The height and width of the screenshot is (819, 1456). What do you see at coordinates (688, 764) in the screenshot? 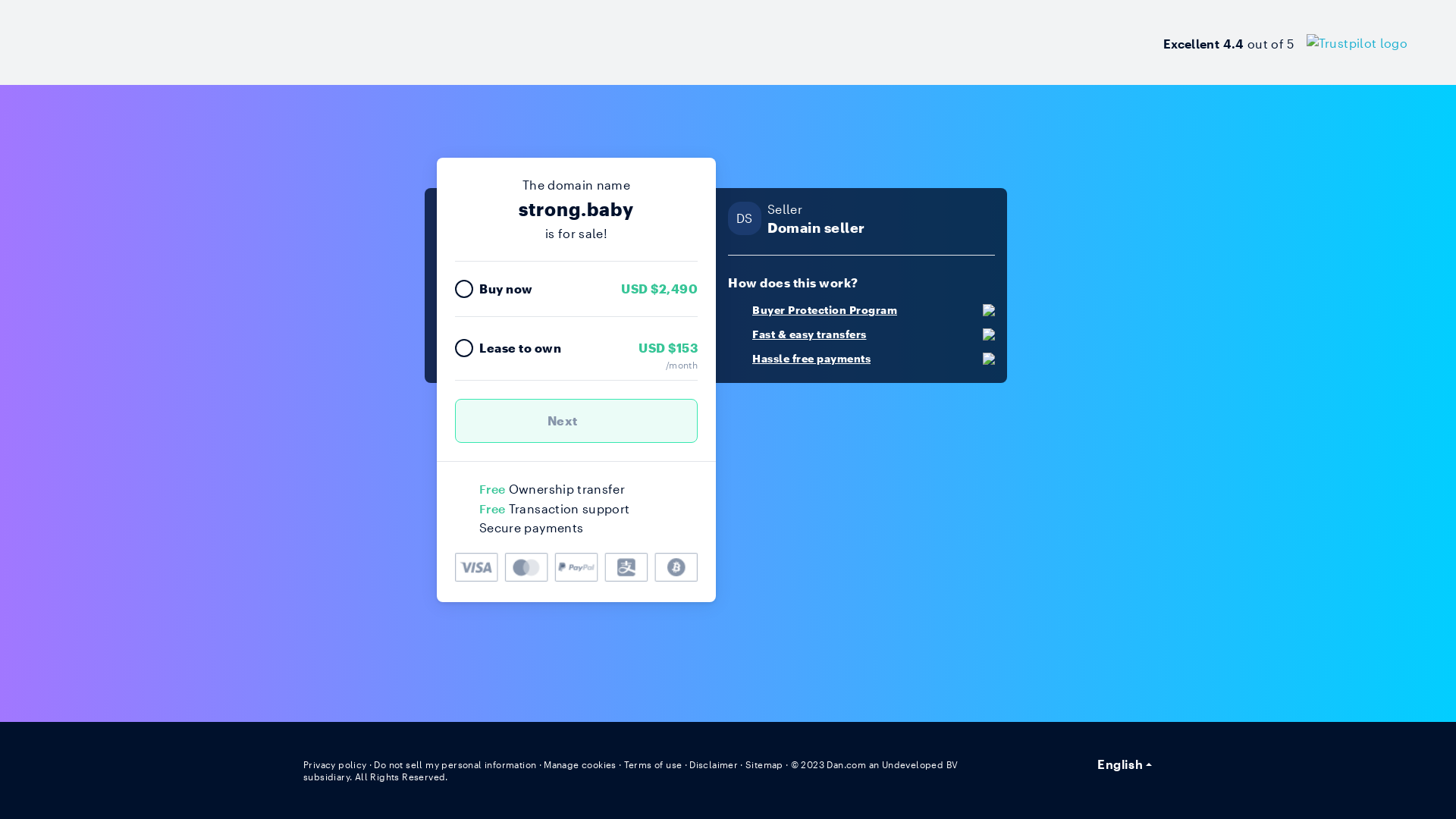
I see `'Disclaimer'` at bounding box center [688, 764].